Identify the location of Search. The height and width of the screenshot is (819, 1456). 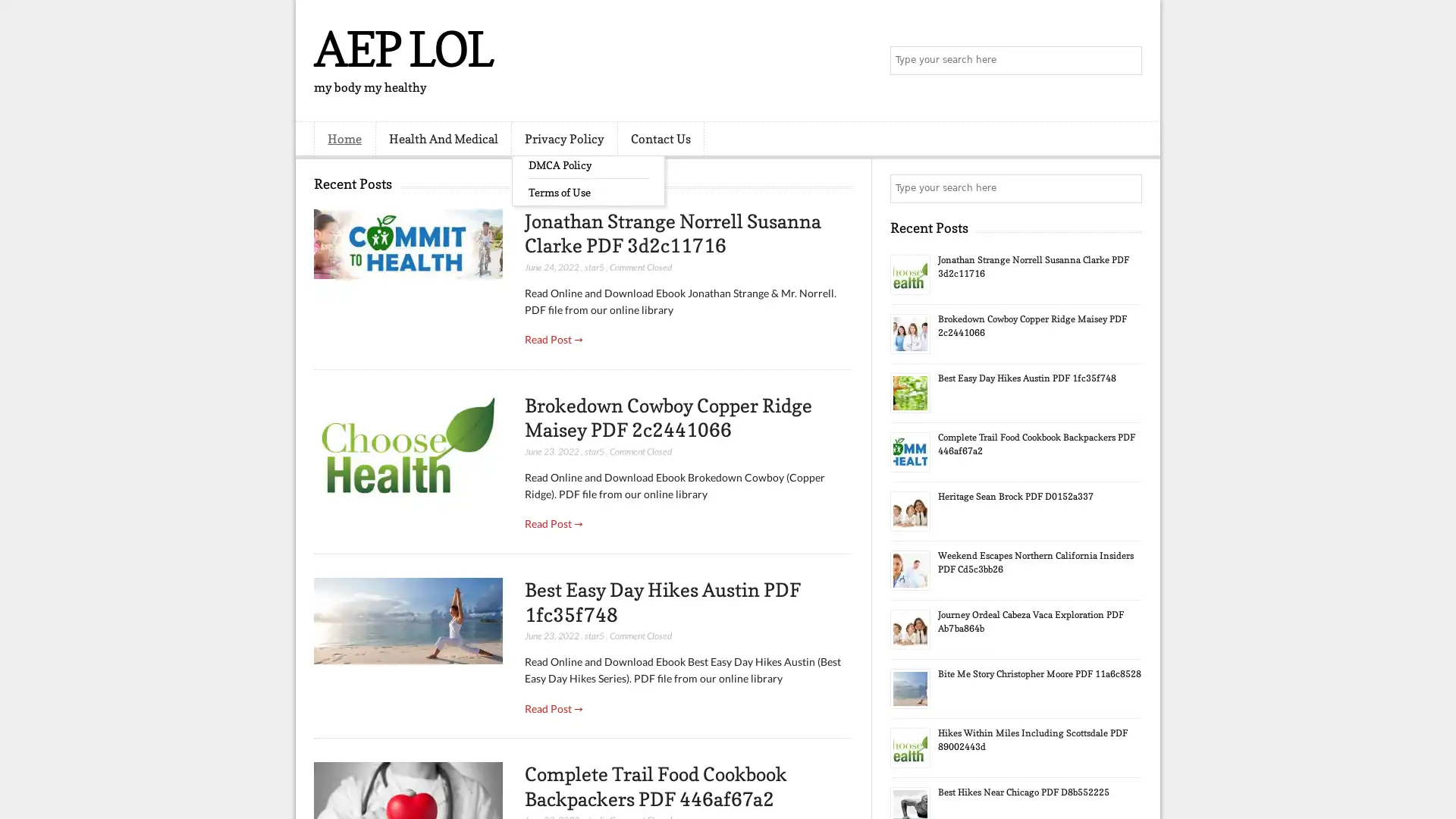
(1126, 188).